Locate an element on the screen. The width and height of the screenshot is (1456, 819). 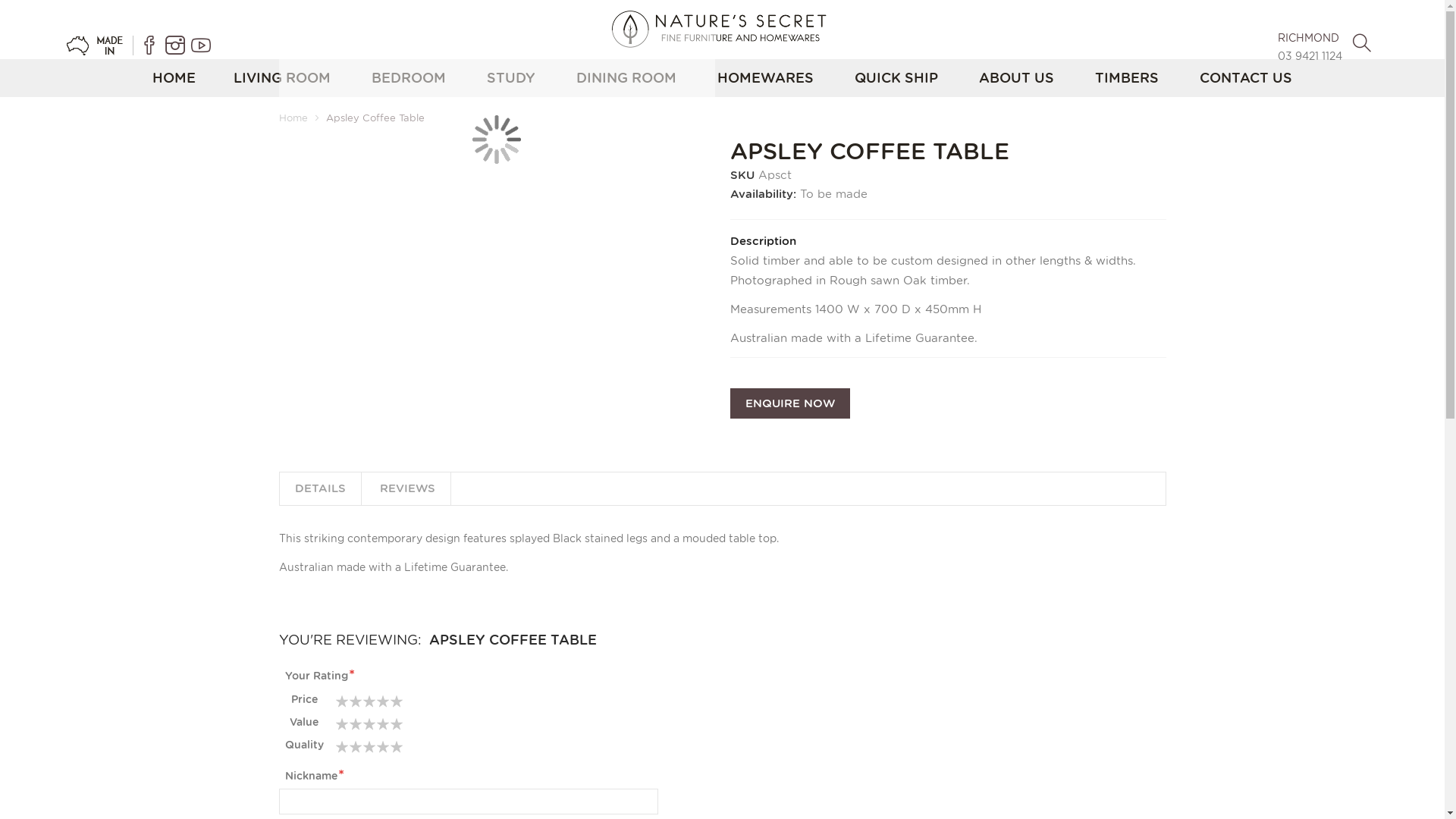
'BEDROOM' is located at coordinates (408, 78).